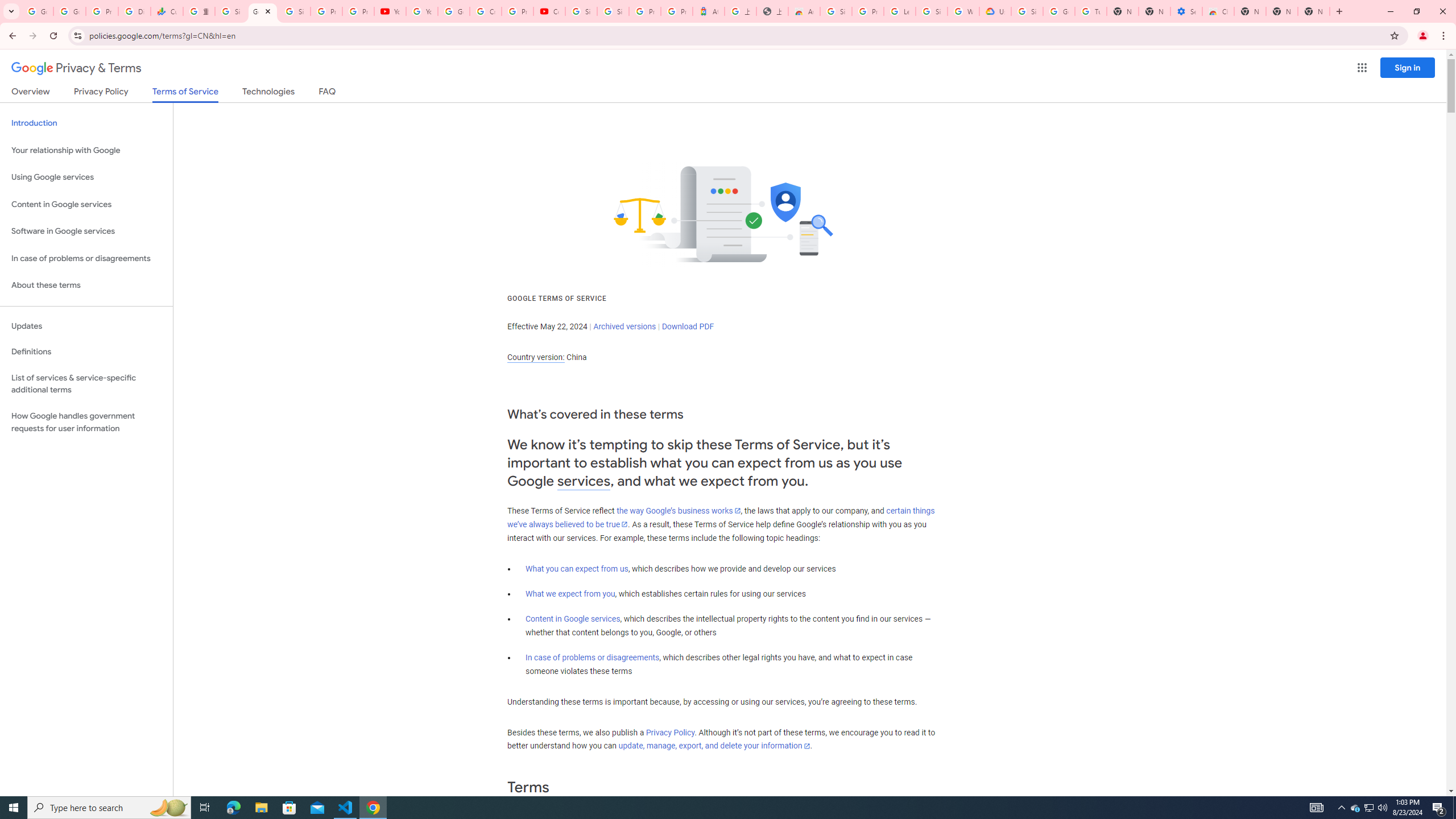  Describe the element at coordinates (86, 150) in the screenshot. I see `'Your relationship with Google'` at that location.